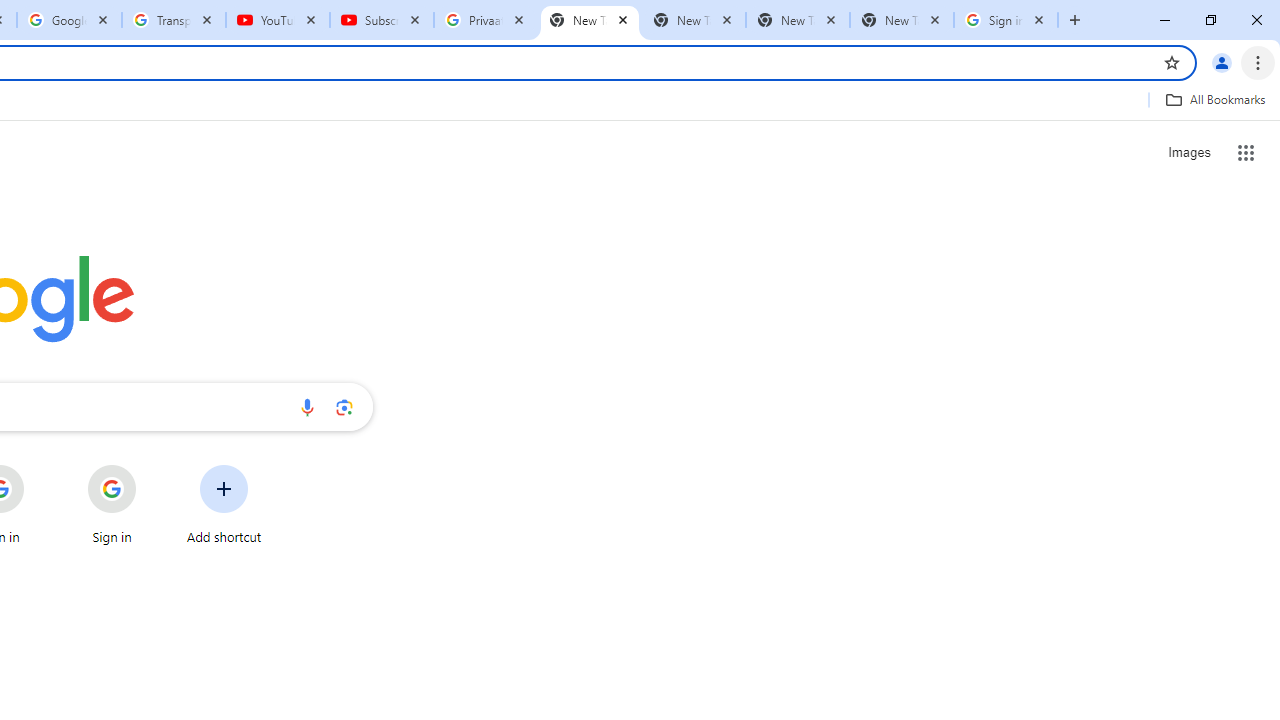 This screenshot has width=1280, height=720. Describe the element at coordinates (69, 20) in the screenshot. I see `'Google Account'` at that location.